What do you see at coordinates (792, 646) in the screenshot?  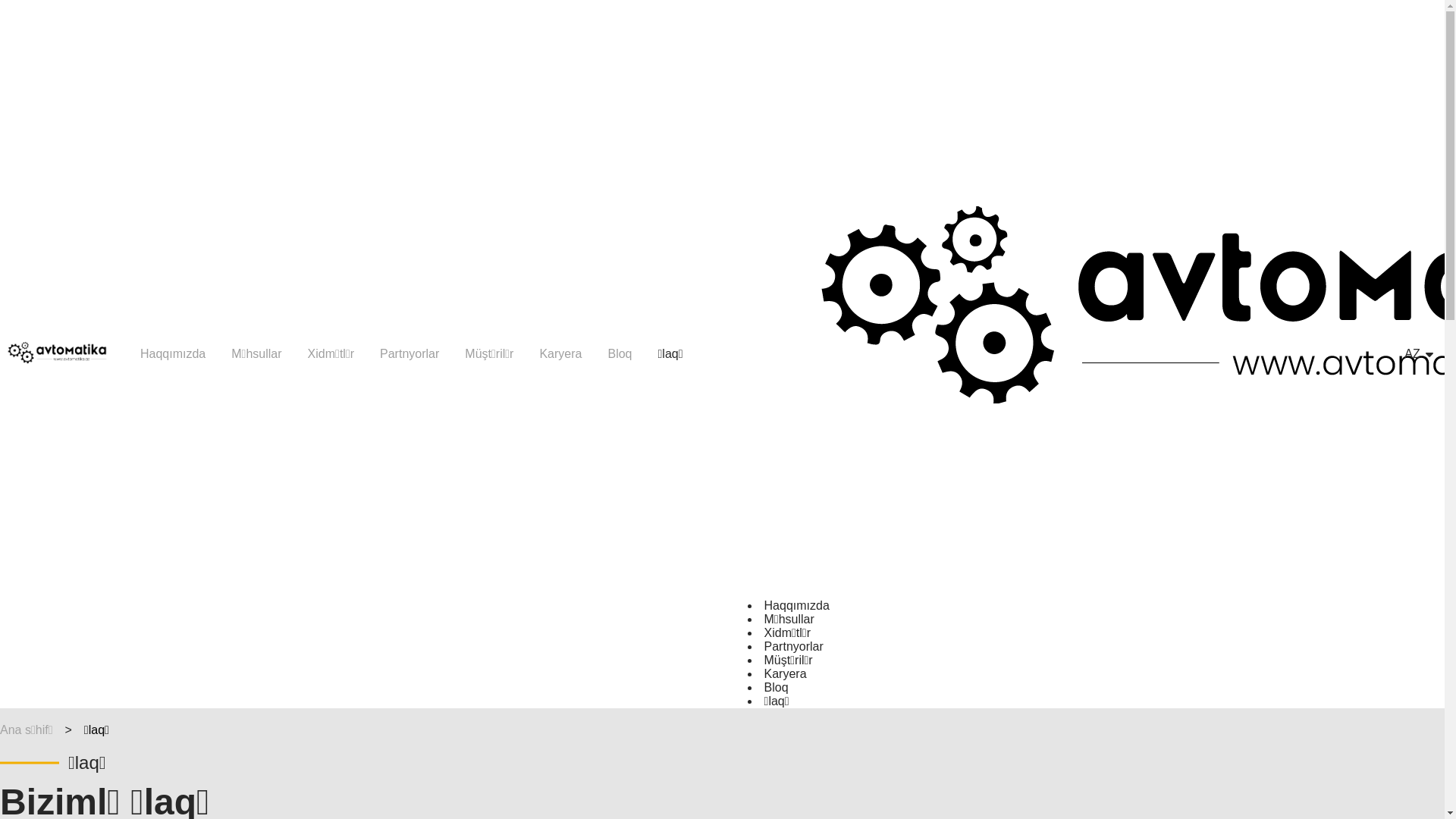 I see `'Partnyorlar'` at bounding box center [792, 646].